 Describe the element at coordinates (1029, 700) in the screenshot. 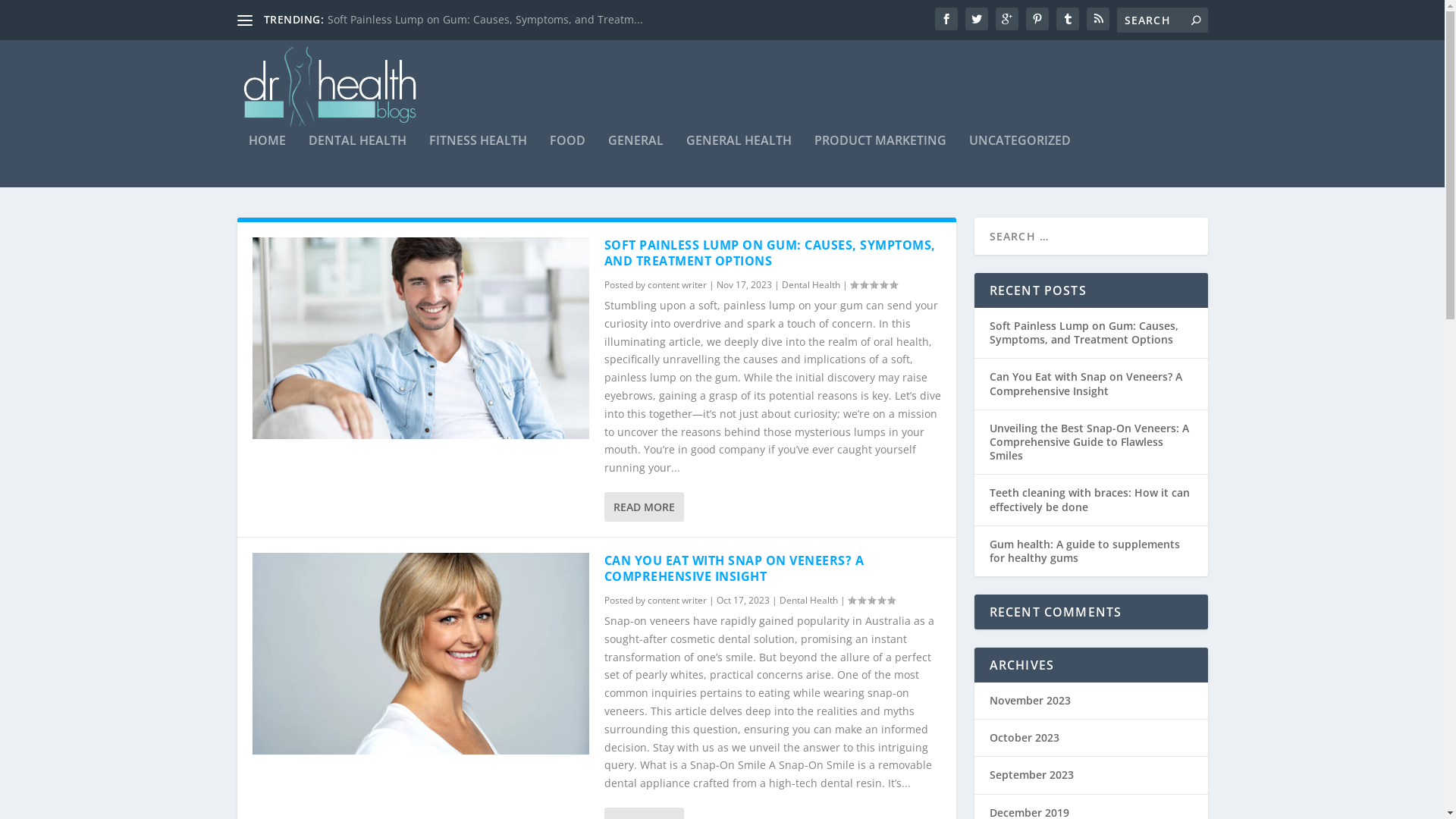

I see `'November 2023'` at that location.